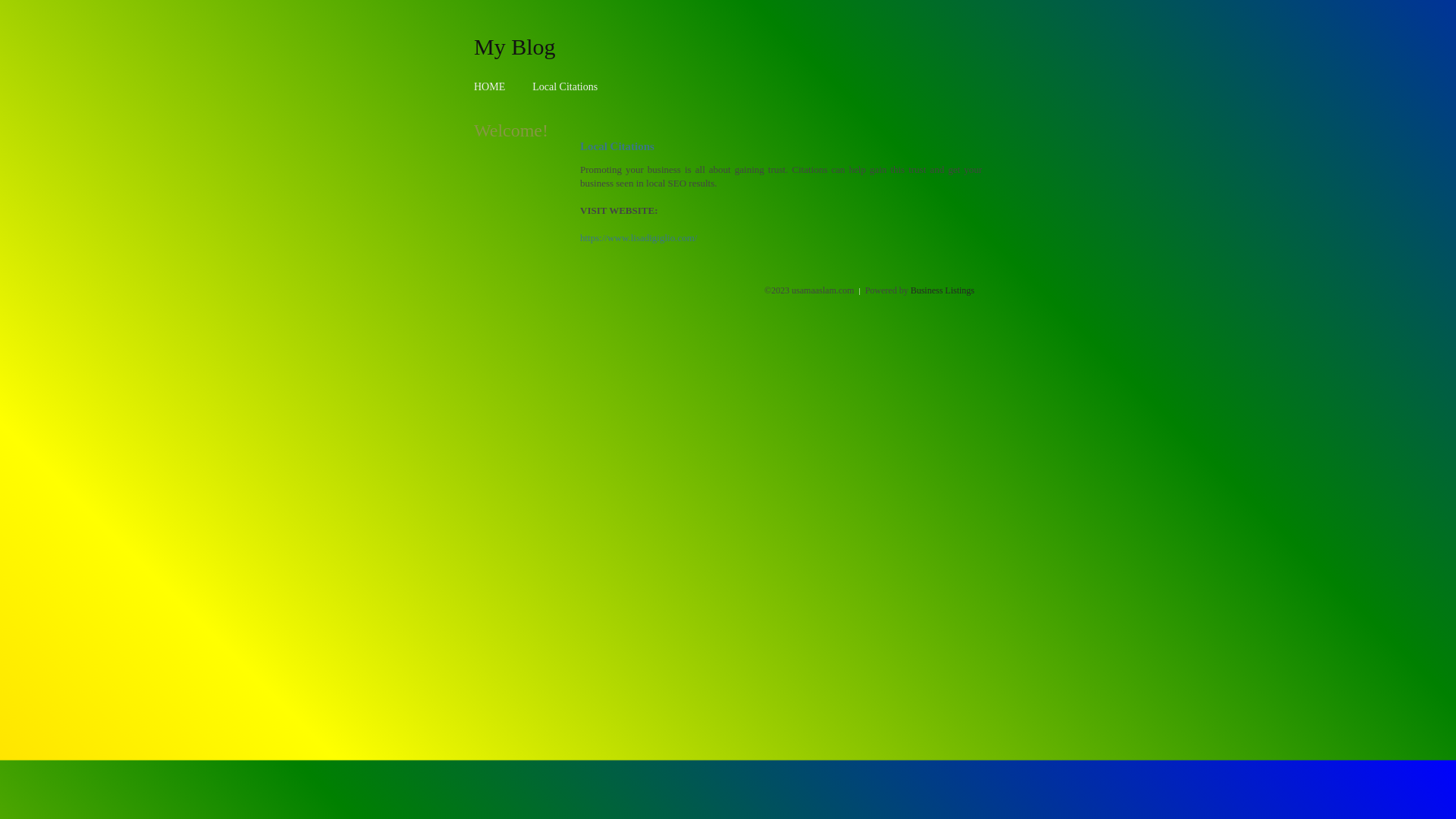 This screenshot has width=1456, height=819. Describe the element at coordinates (563, 86) in the screenshot. I see `'Local Citations'` at that location.